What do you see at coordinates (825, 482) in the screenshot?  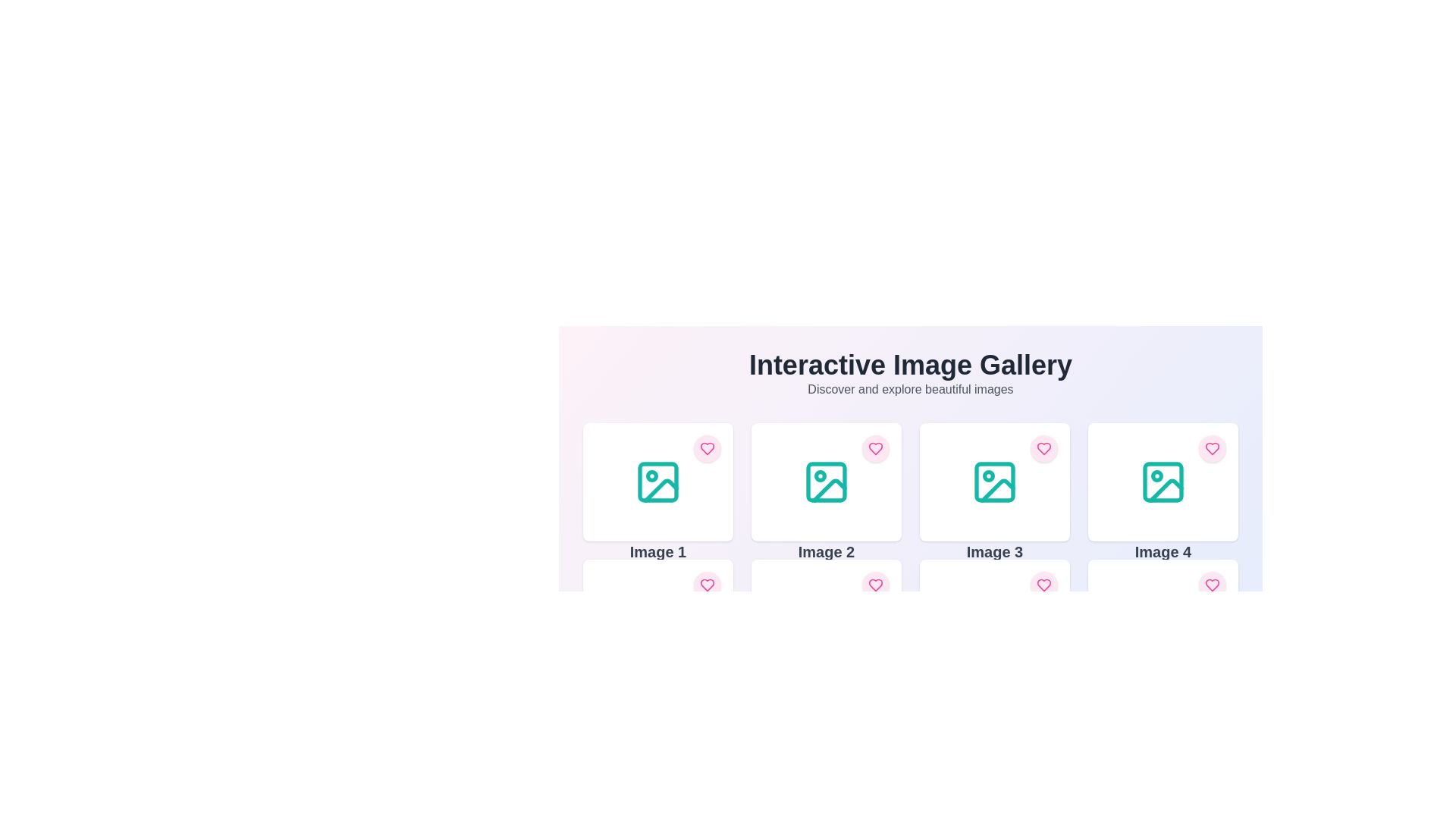 I see `the image icon located centrally within the second card titled 'Image 2' in the grid layout to interact with the image content` at bounding box center [825, 482].